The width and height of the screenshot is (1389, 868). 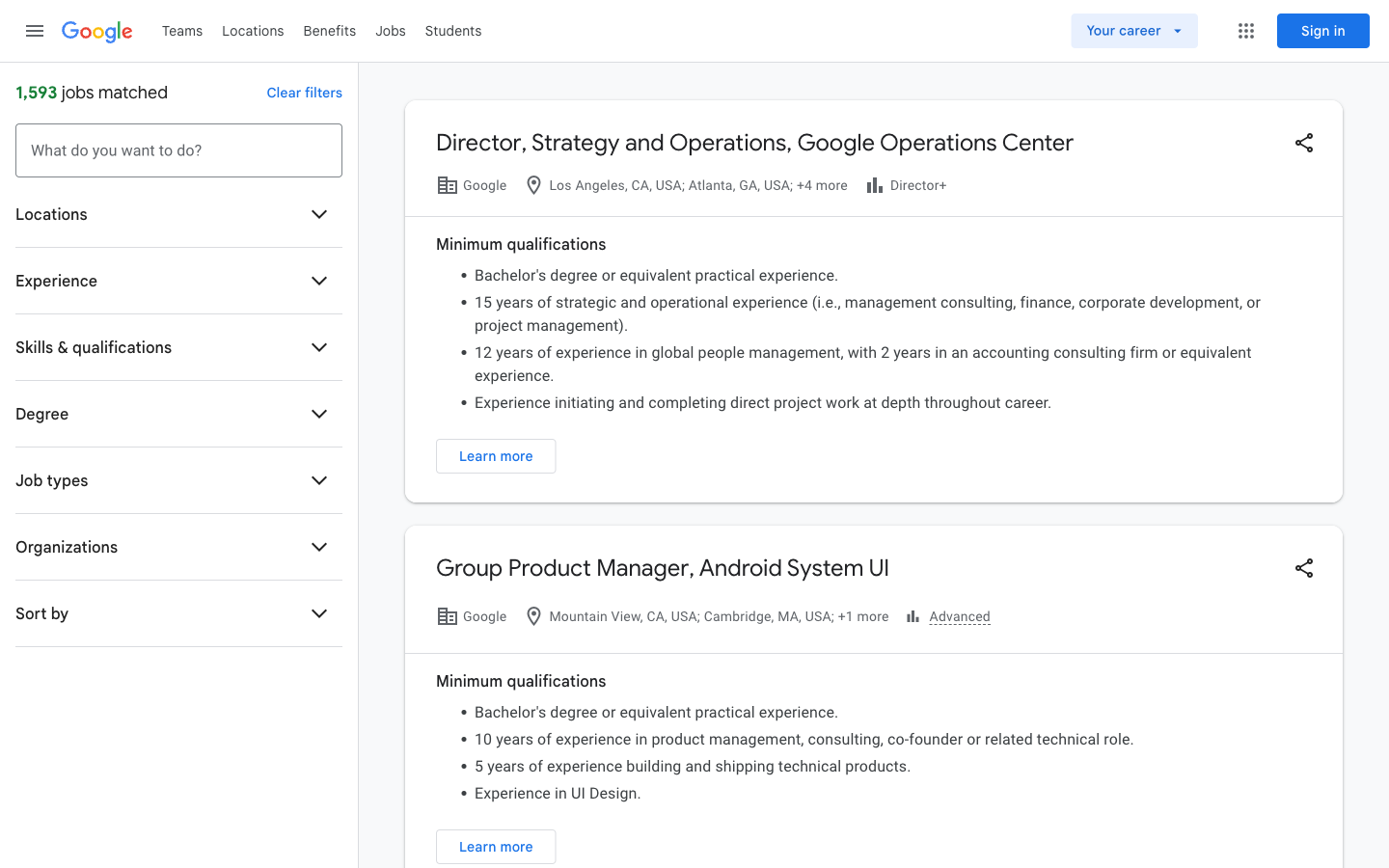 What do you see at coordinates (304, 92) in the screenshot?
I see `Remove all the active filters` at bounding box center [304, 92].